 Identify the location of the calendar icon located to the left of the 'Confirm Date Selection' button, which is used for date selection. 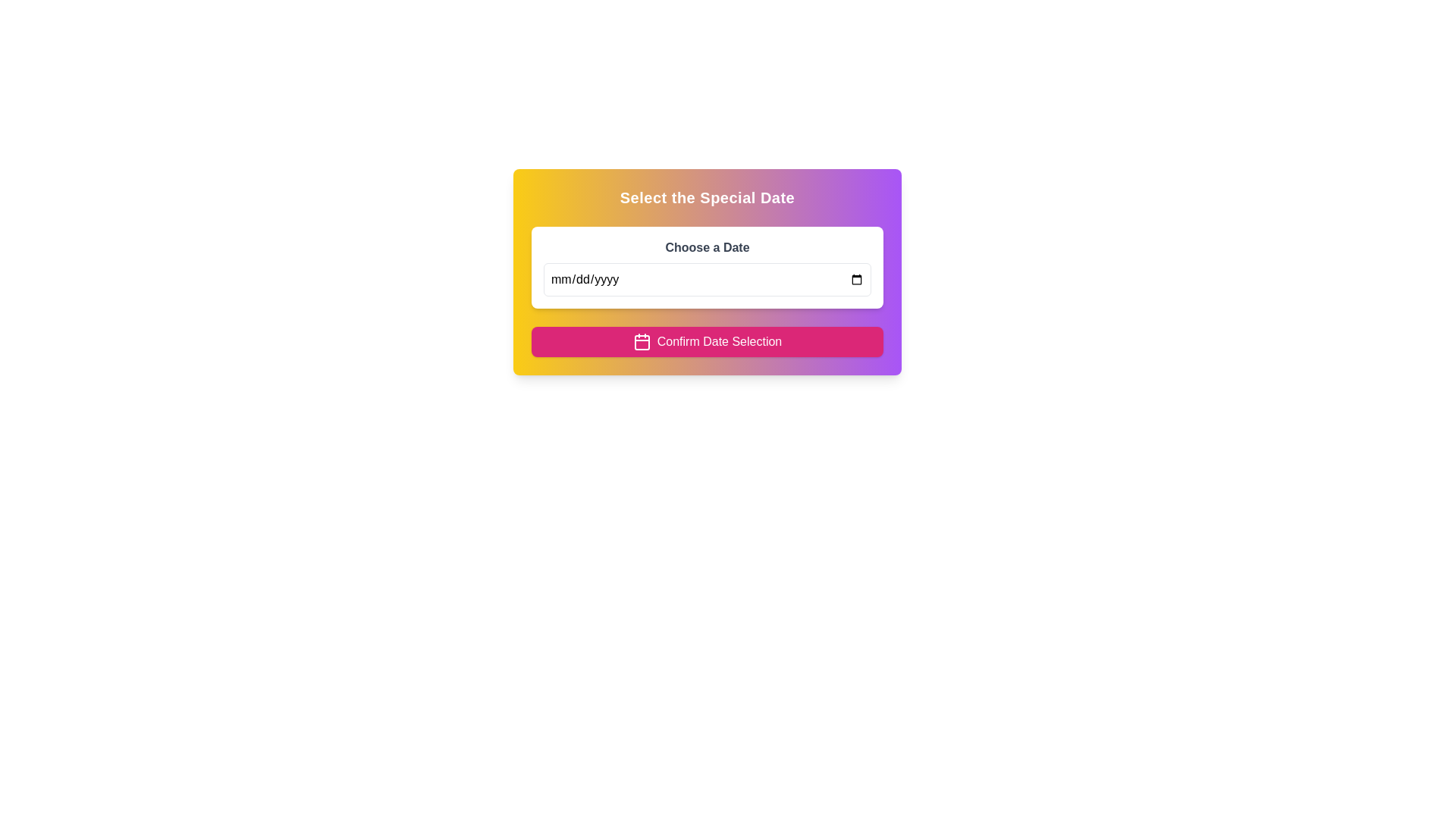
(642, 342).